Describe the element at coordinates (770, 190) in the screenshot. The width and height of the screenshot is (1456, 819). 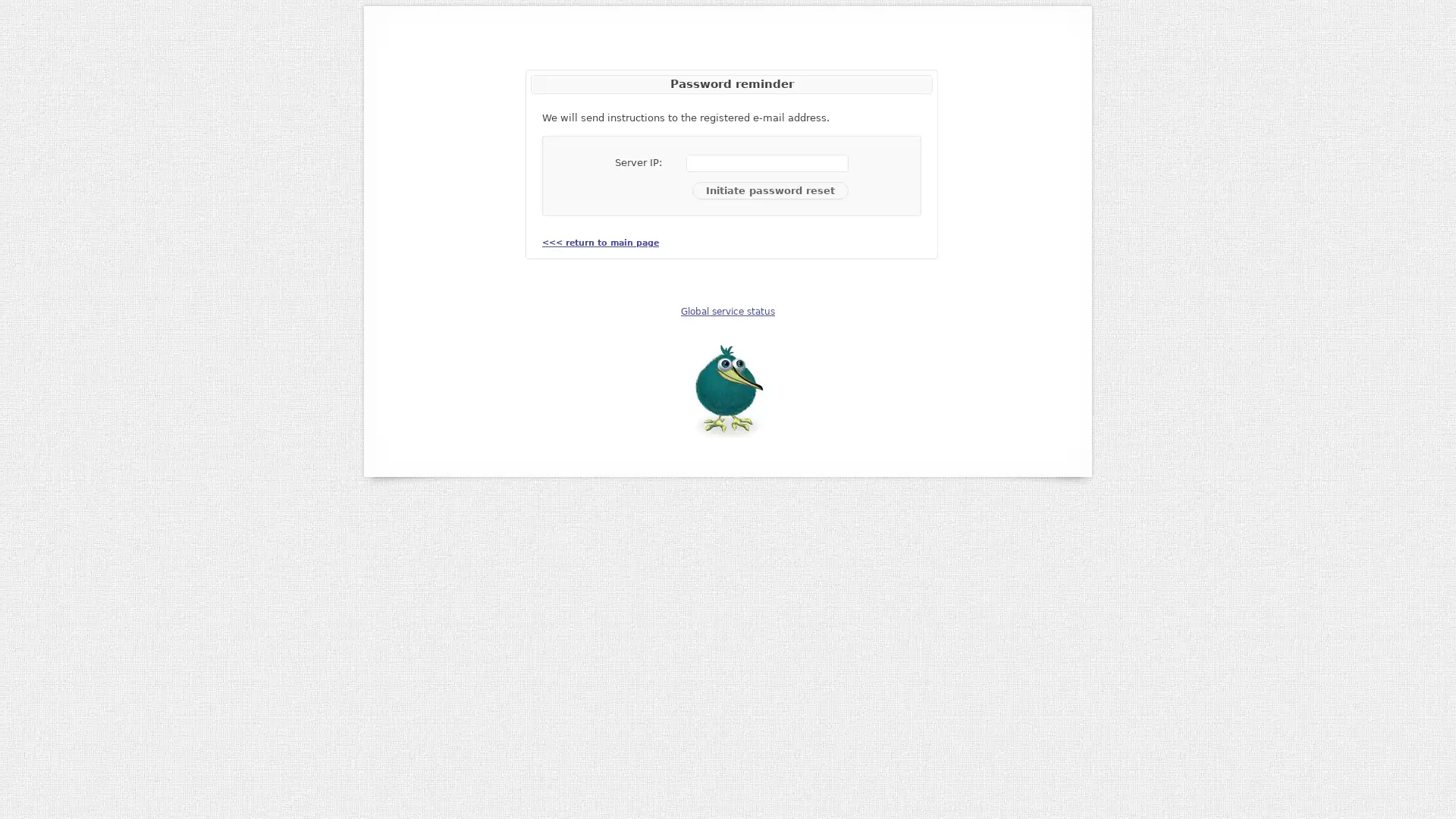
I see `Initiate password reset` at that location.